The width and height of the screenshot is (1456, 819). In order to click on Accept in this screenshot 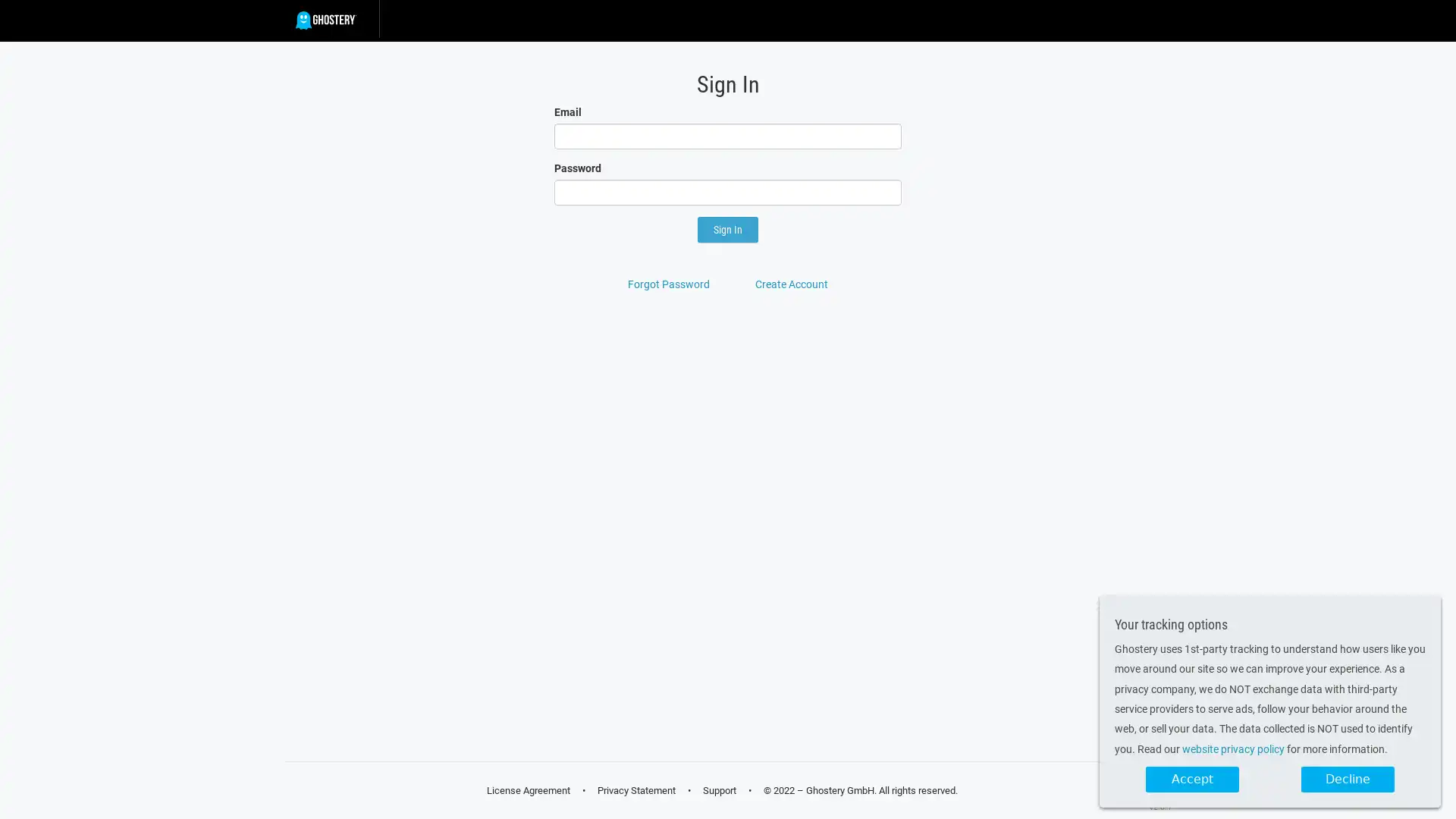, I will do `click(1191, 780)`.